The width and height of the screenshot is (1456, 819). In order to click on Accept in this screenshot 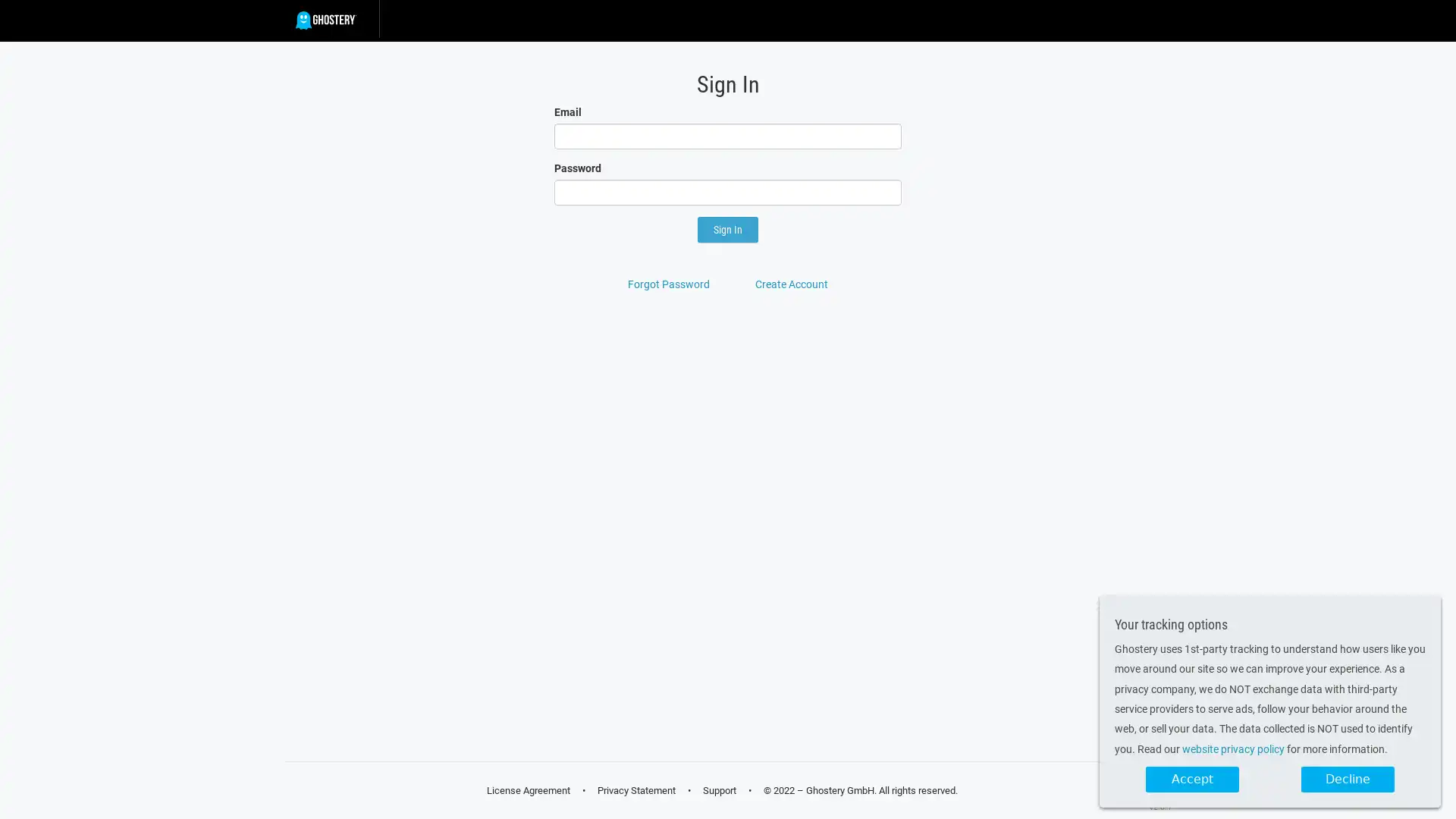, I will do `click(1191, 780)`.